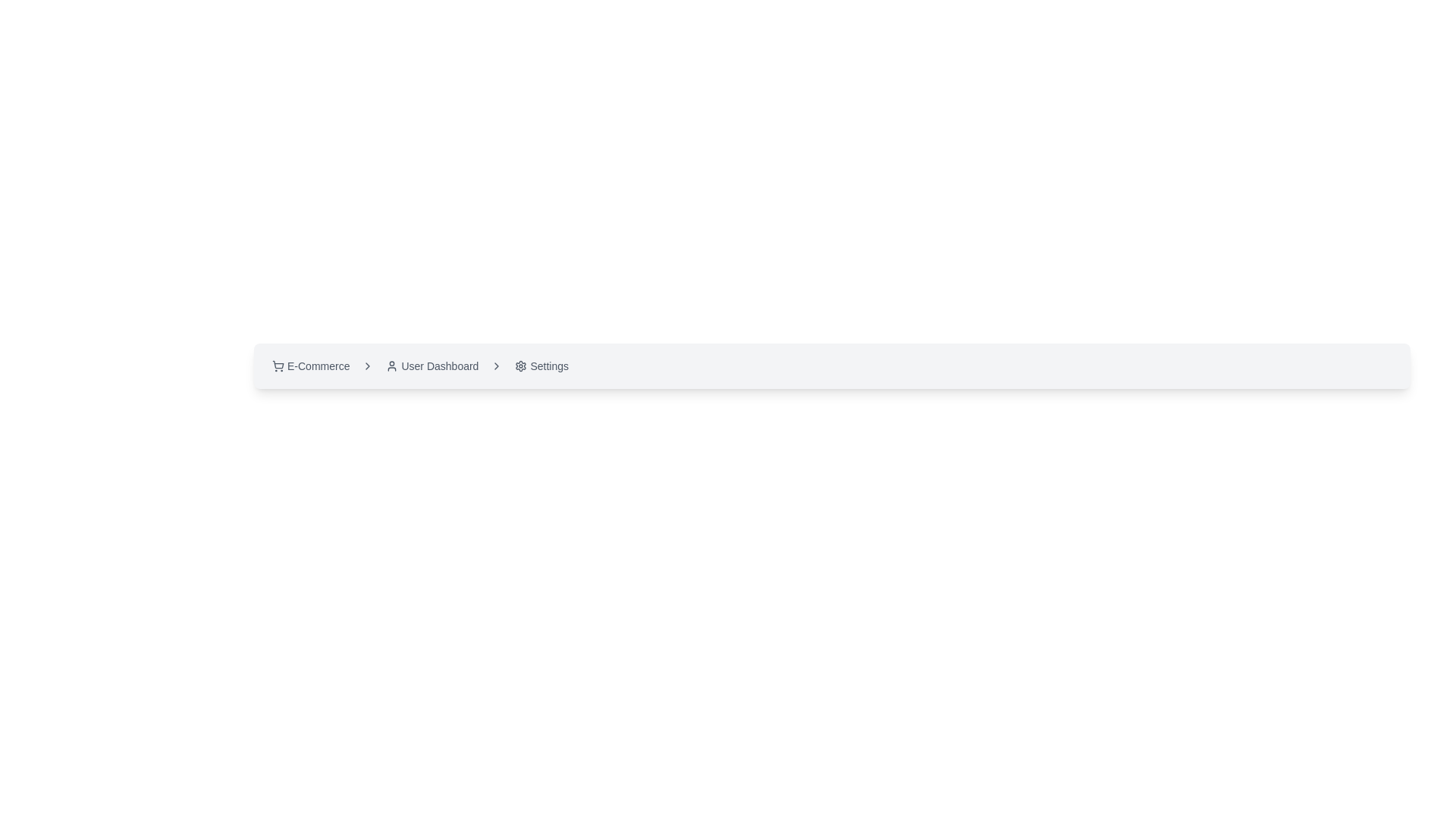 This screenshot has width=1456, height=819. What do you see at coordinates (831, 366) in the screenshot?
I see `the Breadcrumb navigation bar segment located at the top-center of the application` at bounding box center [831, 366].